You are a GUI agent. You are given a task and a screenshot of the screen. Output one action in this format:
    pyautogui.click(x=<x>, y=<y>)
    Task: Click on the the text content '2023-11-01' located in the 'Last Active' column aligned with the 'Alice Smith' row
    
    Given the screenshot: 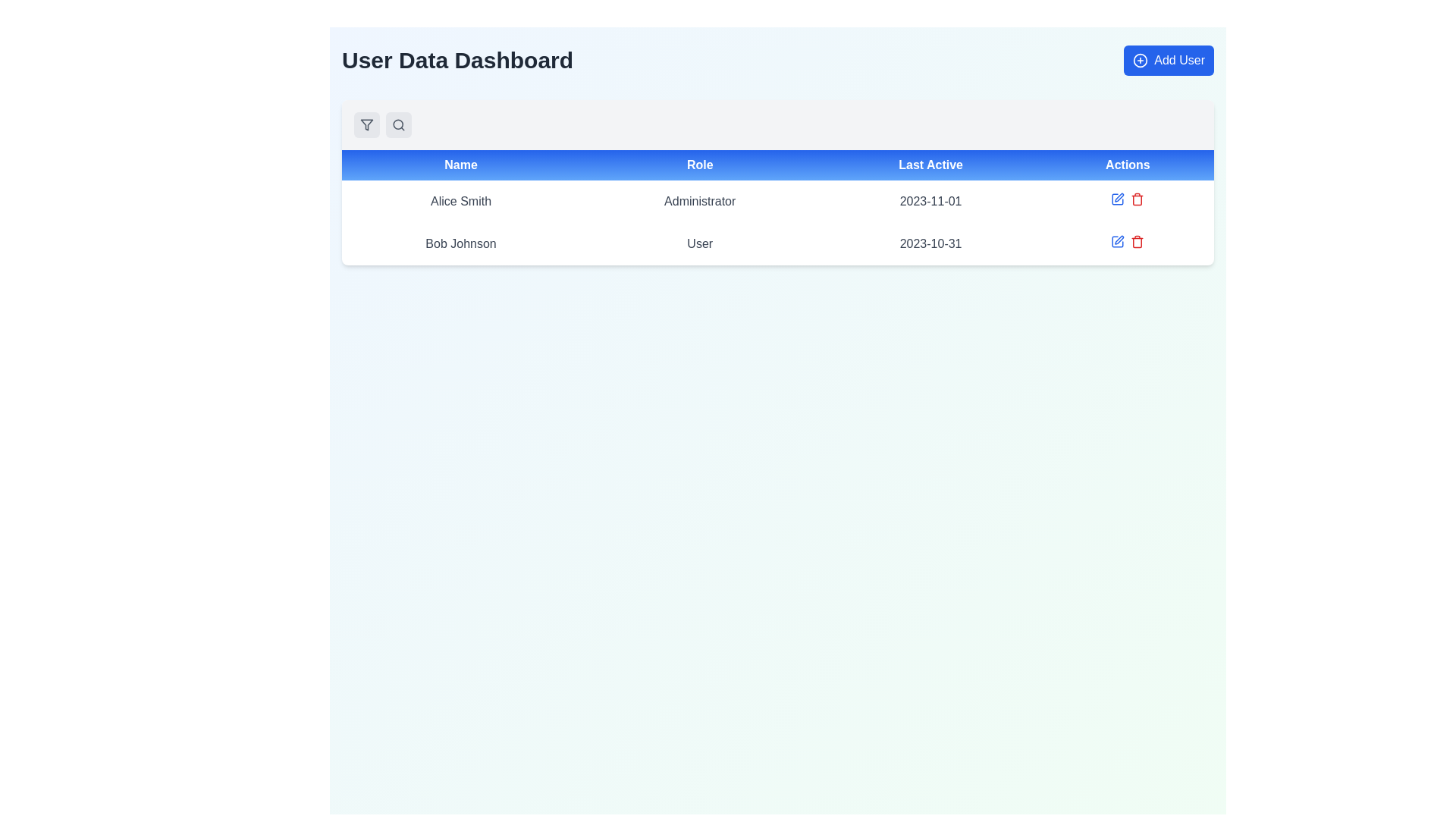 What is the action you would take?
    pyautogui.click(x=930, y=201)
    